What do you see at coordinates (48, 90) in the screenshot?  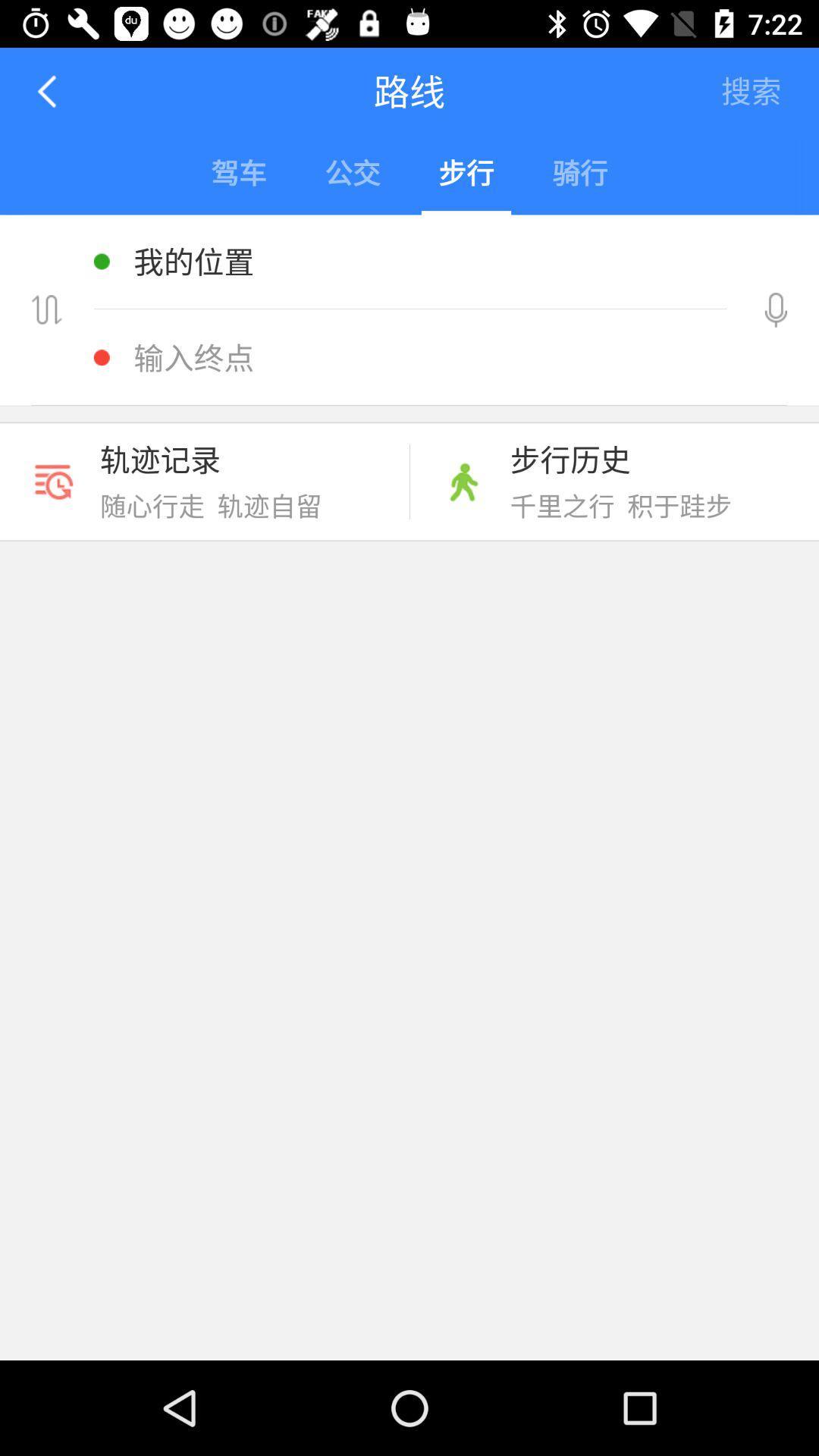 I see `the arrow_backward icon` at bounding box center [48, 90].